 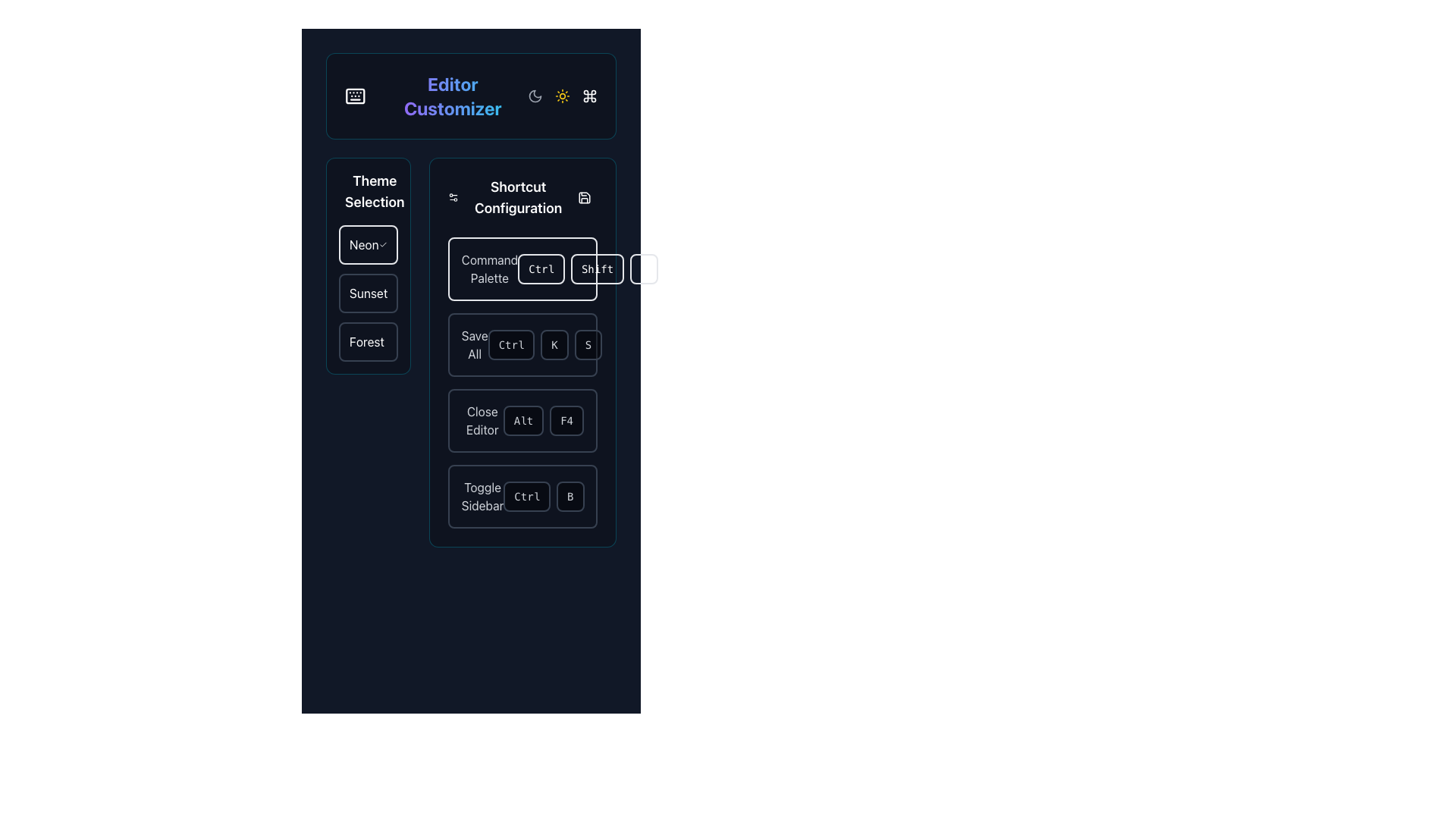 I want to click on text content of the Text label displaying 'Shortcut Configuration' with a gear icon, located centrally in the header section, so click(x=510, y=197).